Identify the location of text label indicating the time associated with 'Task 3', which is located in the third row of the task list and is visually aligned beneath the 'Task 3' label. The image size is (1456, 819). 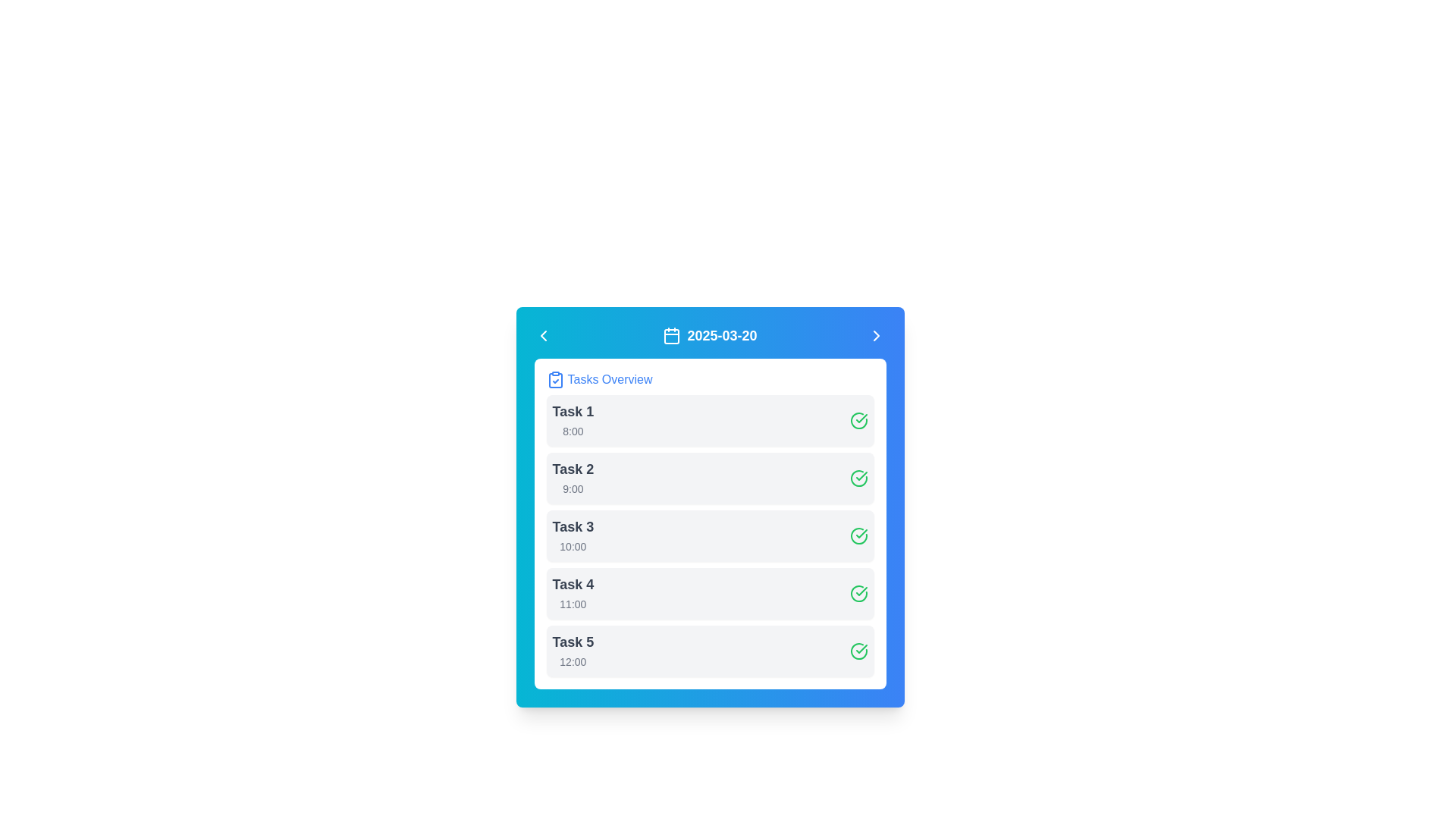
(572, 547).